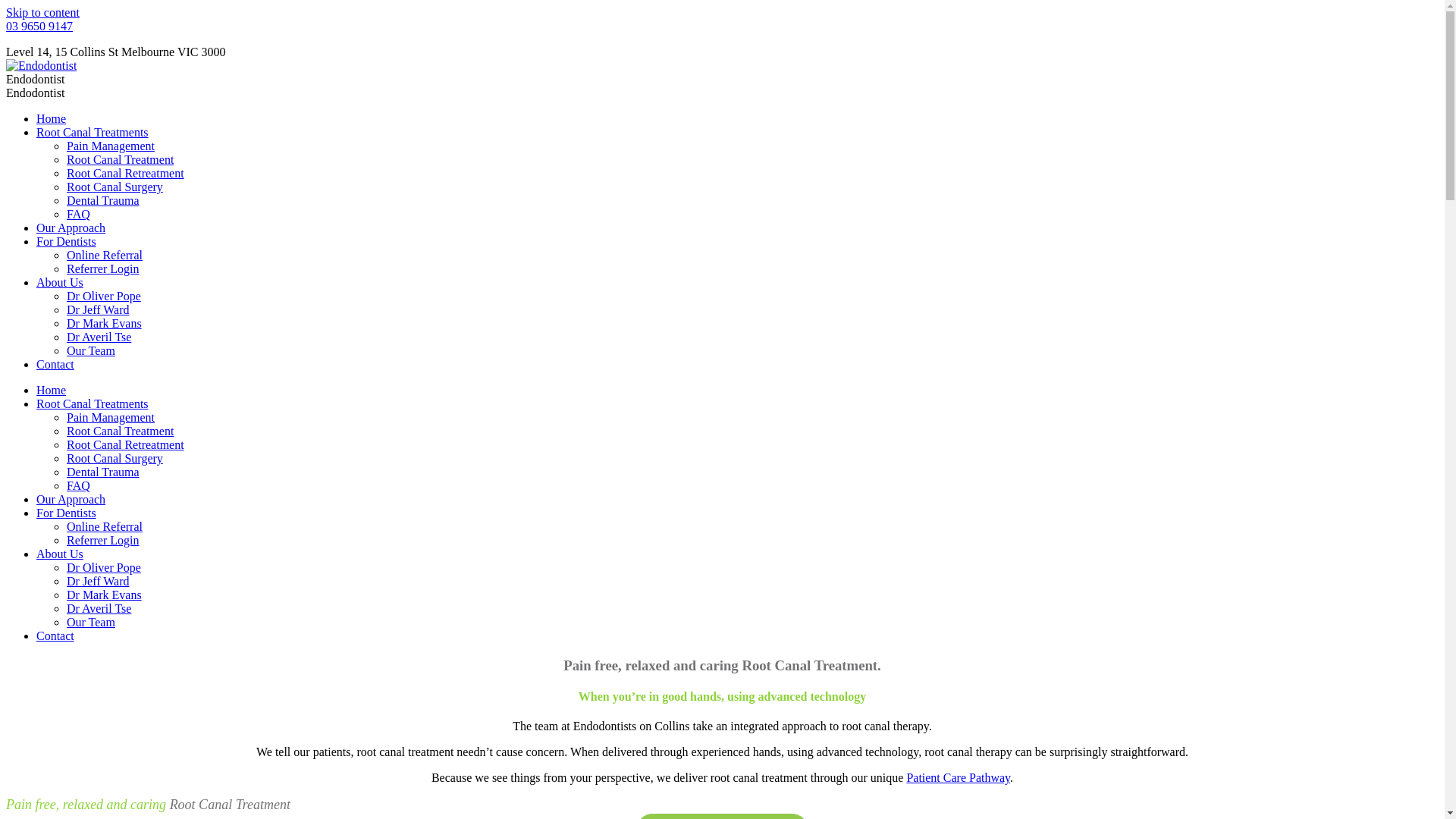  What do you see at coordinates (119, 431) in the screenshot?
I see `'Root Canal Treatment'` at bounding box center [119, 431].